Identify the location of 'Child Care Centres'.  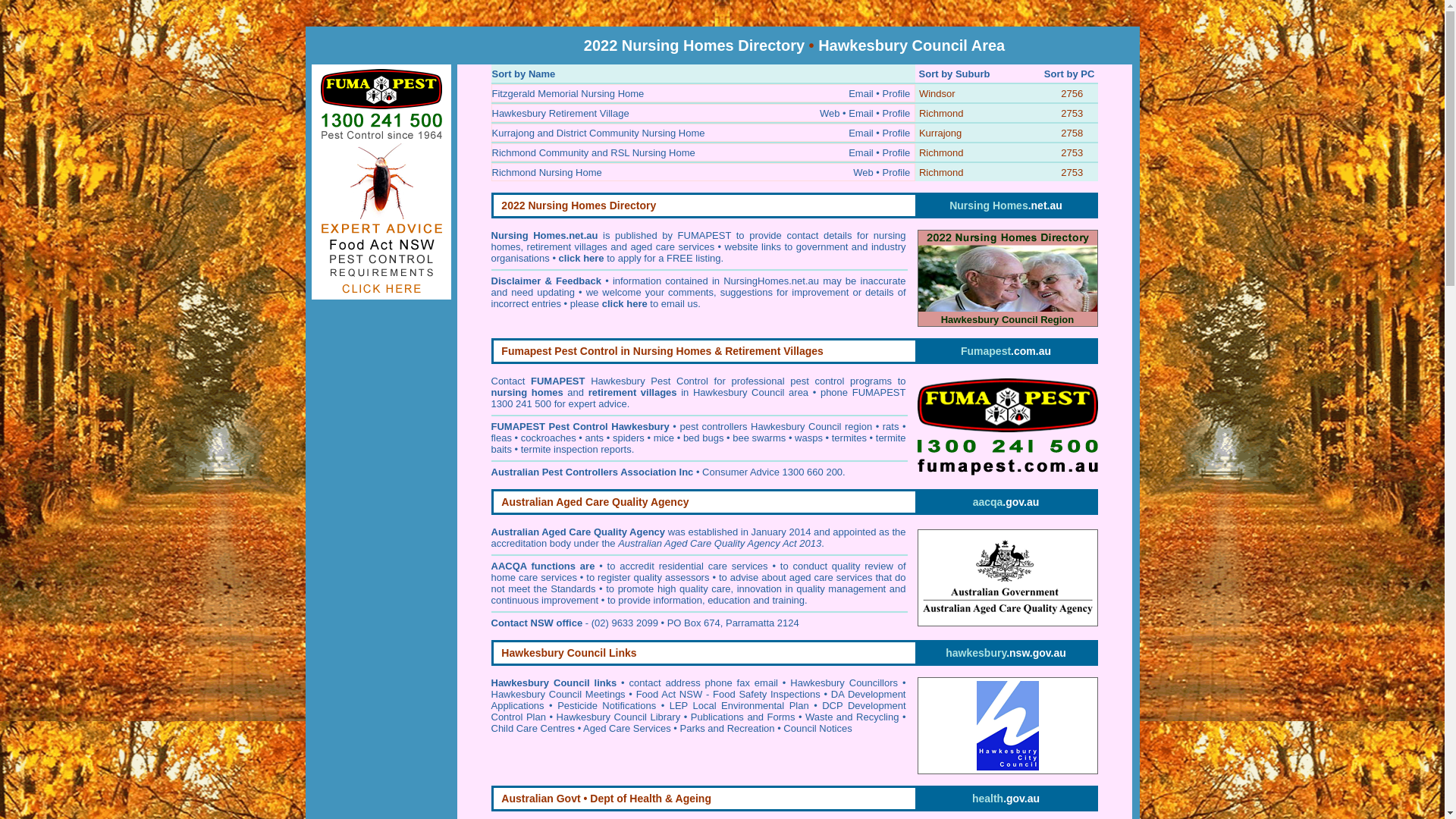
(533, 727).